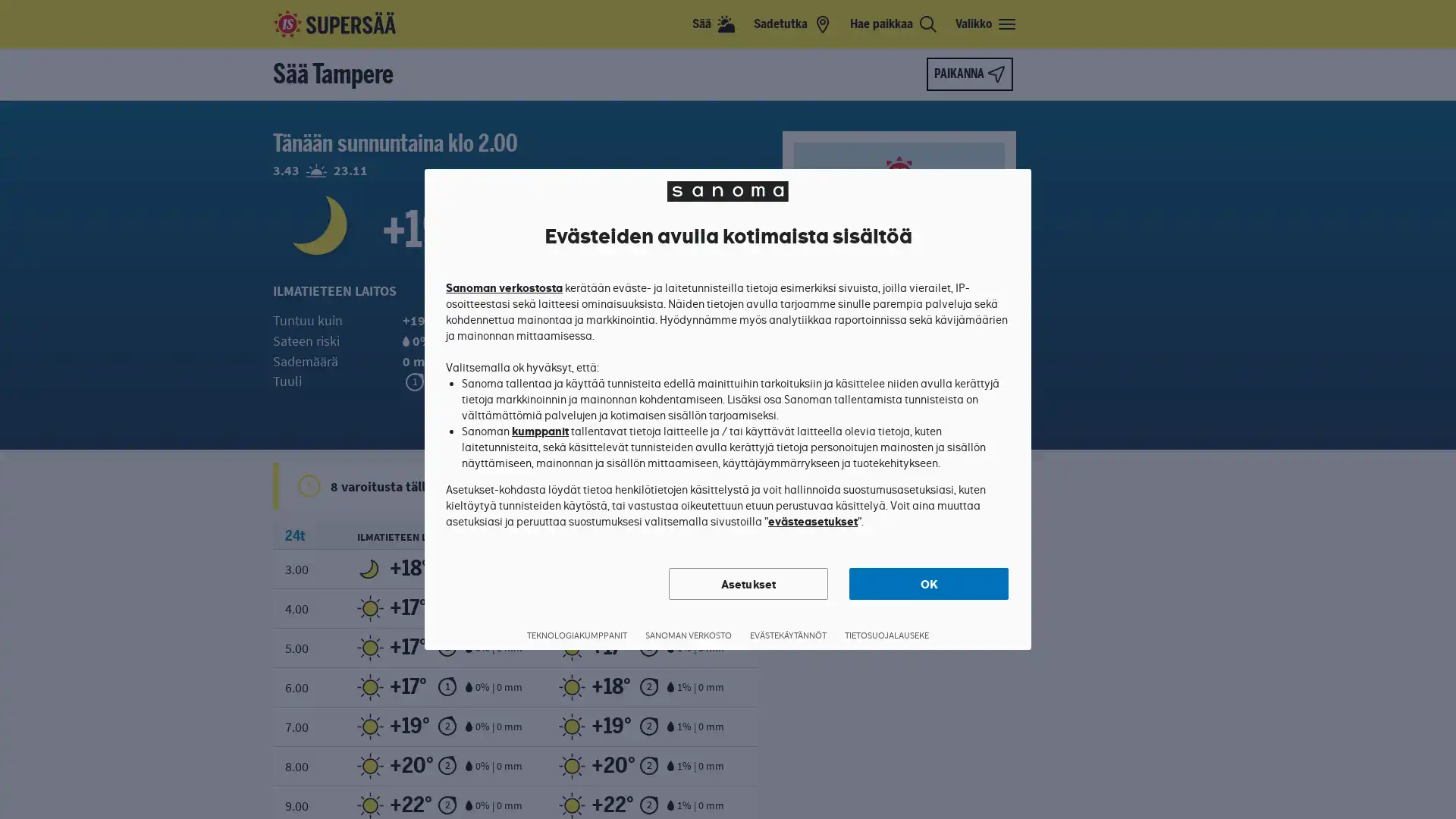 Image resolution: width=1456 pixels, height=819 pixels. What do you see at coordinates (893, 24) in the screenshot?
I see `Hae paikkaa` at bounding box center [893, 24].